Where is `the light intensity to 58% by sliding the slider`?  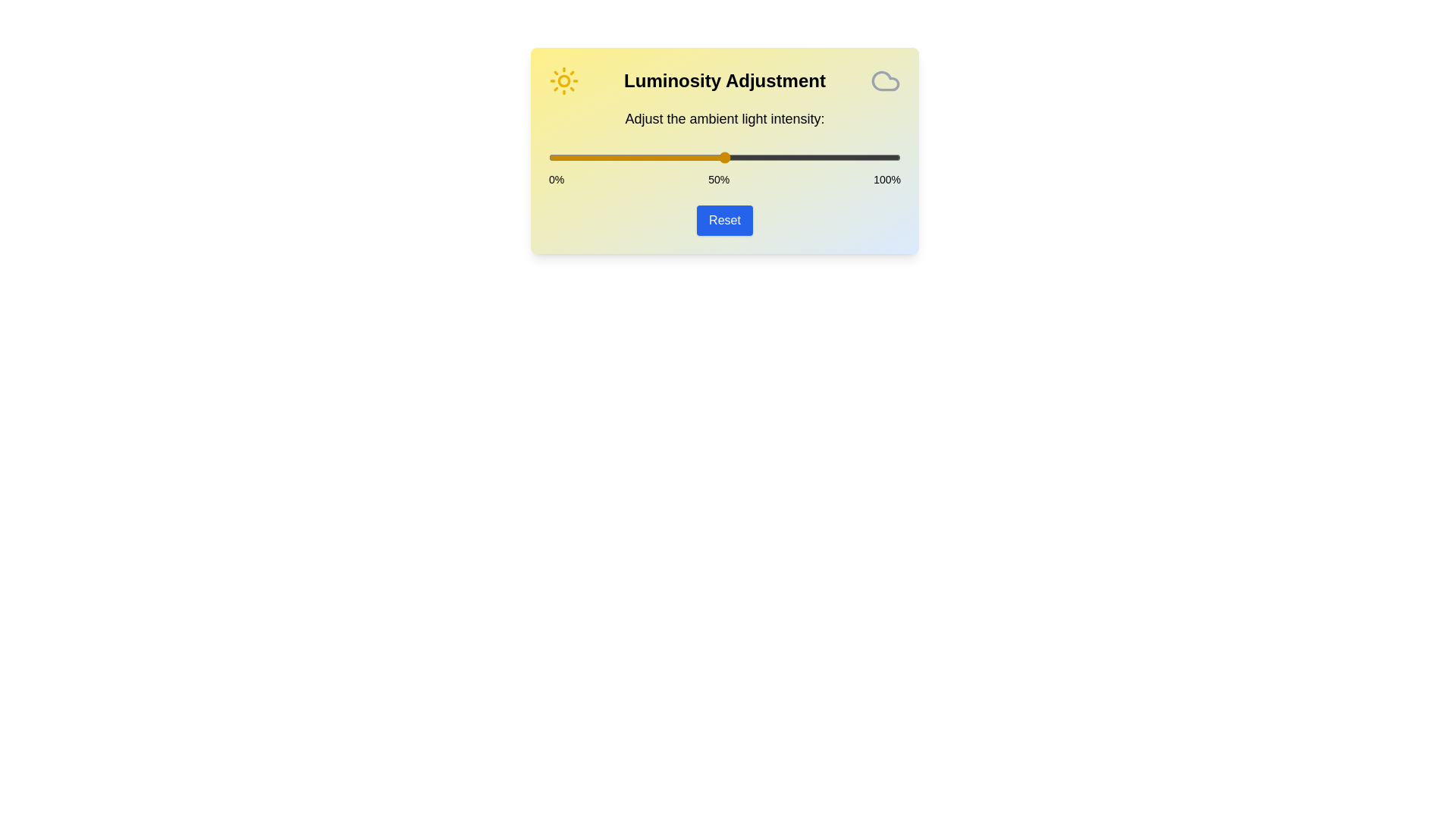 the light intensity to 58% by sliding the slider is located at coordinates (753, 158).